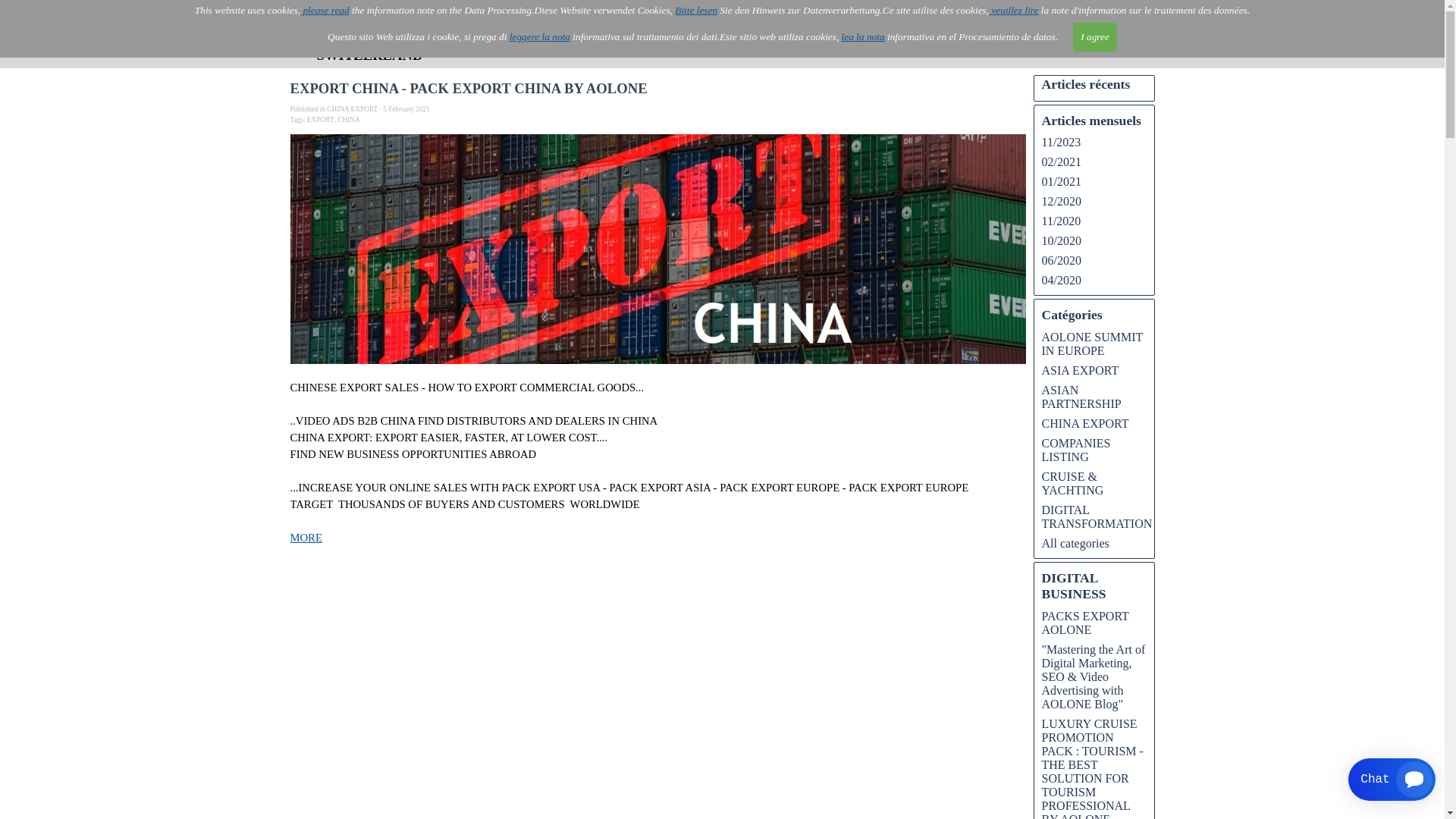 The width and height of the screenshot is (1456, 819). What do you see at coordinates (1061, 162) in the screenshot?
I see `'02/2021'` at bounding box center [1061, 162].